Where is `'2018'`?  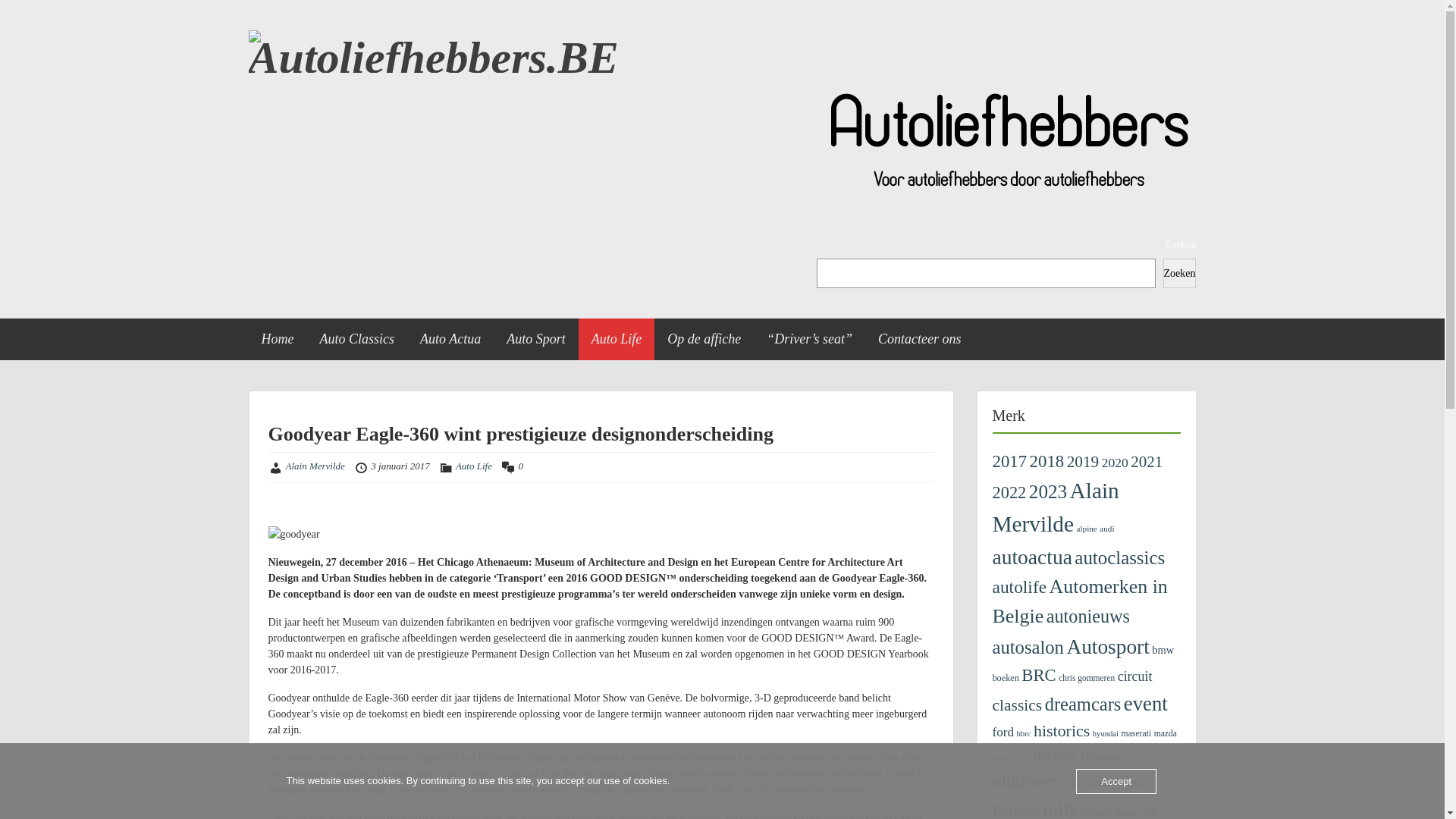 '2018' is located at coordinates (1030, 460).